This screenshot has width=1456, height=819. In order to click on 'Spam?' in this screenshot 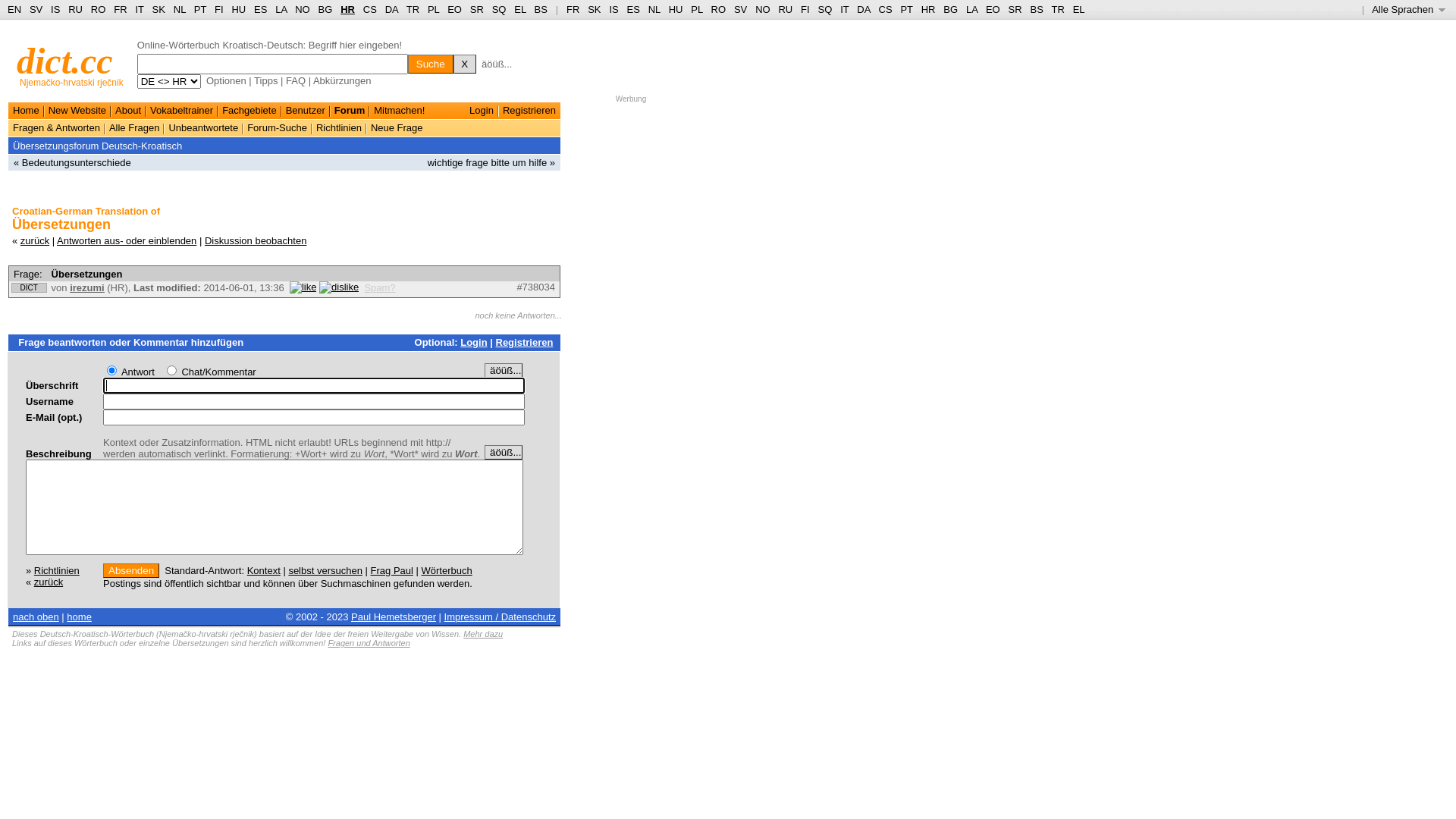, I will do `click(364, 287)`.